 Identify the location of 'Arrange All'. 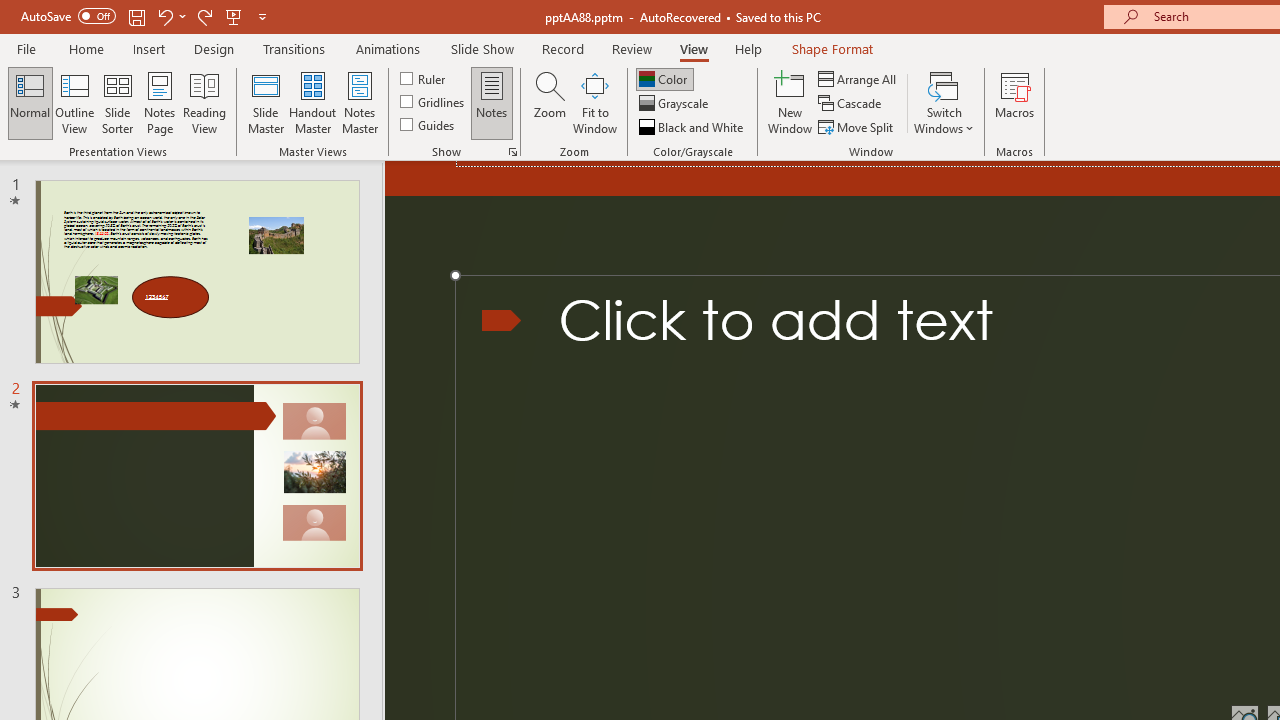
(858, 78).